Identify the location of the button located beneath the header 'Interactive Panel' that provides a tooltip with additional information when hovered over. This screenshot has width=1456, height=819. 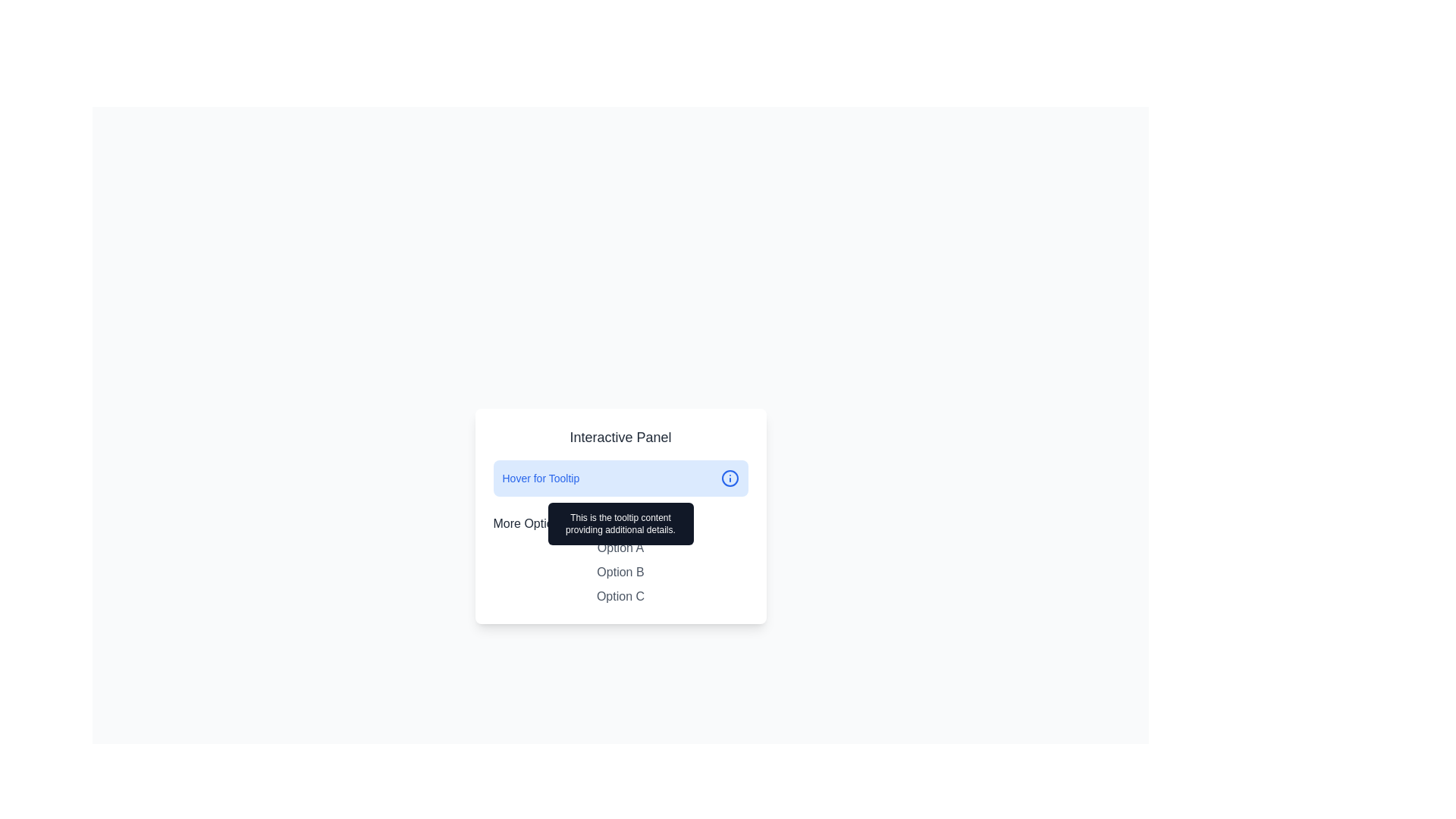
(620, 479).